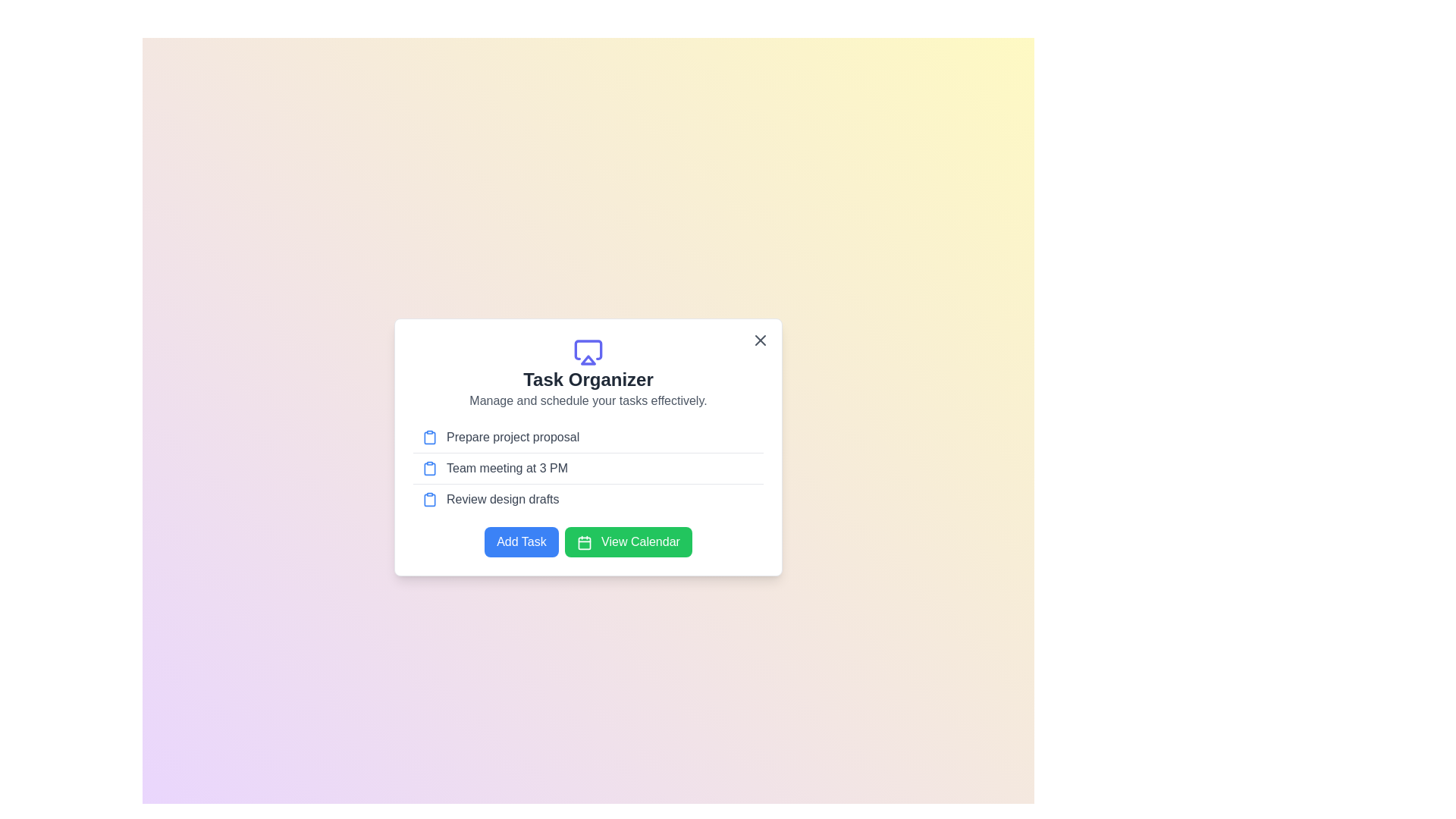  I want to click on the header icon located at the top center of the modal dialog box, directly above the title 'Task Organizer', so click(588, 353).